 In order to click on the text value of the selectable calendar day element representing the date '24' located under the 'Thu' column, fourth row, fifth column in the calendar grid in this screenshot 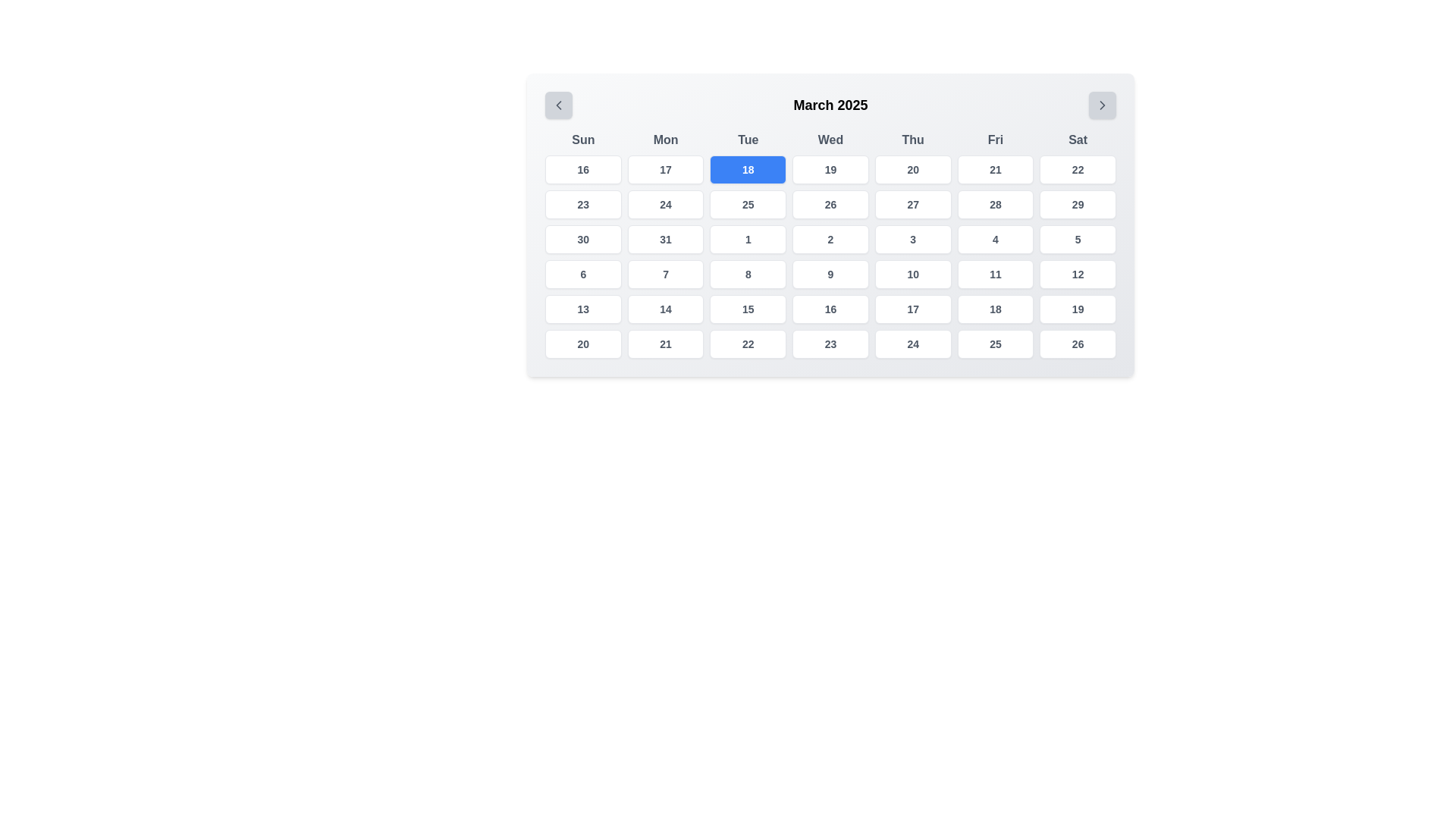, I will do `click(912, 344)`.